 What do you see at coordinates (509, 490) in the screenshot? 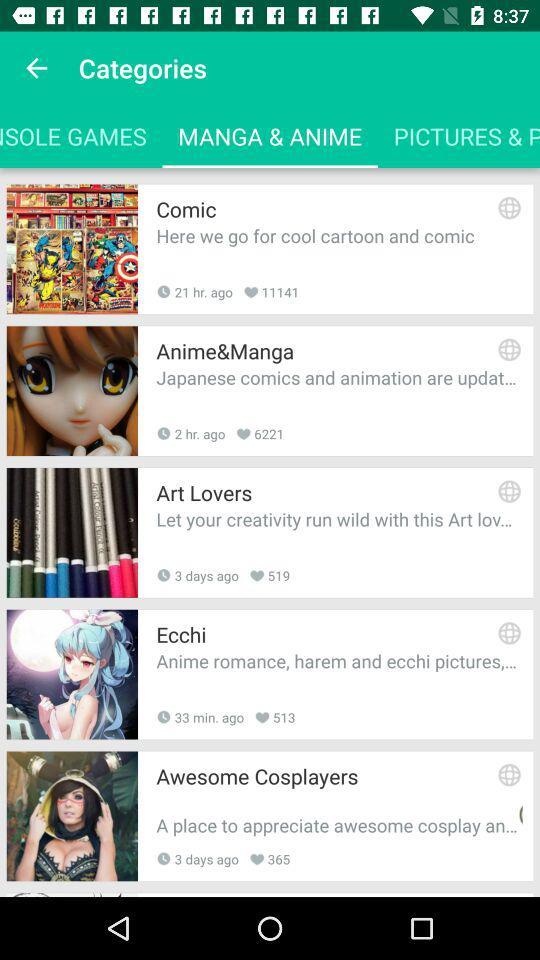
I see `the button beside art lovers` at bounding box center [509, 490].